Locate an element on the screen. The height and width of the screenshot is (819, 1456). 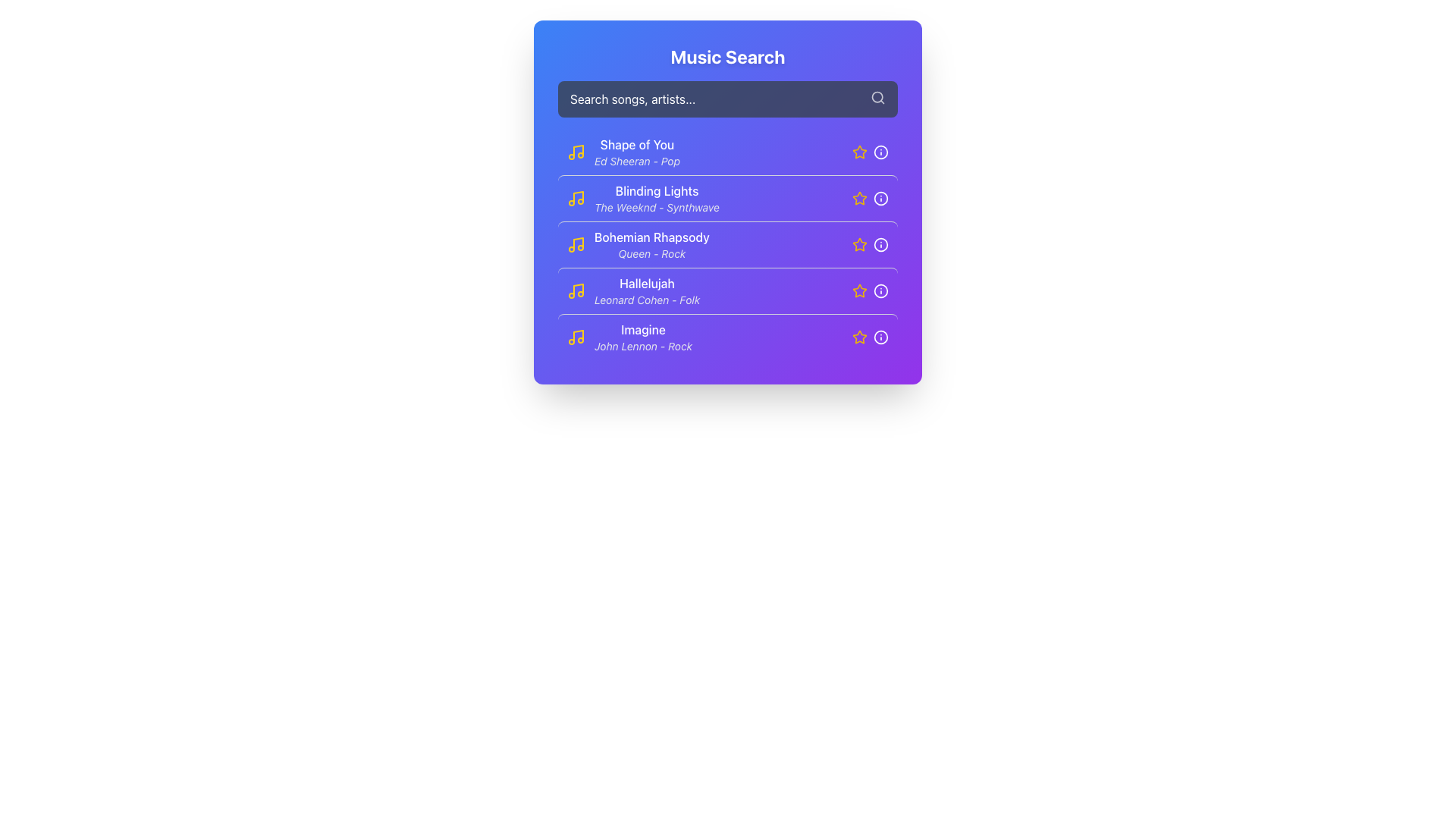
the text label 'Imagine' displayed in white on a purple background, which is positioned in a list of songs above the text 'John Lennon - Rock' is located at coordinates (643, 329).